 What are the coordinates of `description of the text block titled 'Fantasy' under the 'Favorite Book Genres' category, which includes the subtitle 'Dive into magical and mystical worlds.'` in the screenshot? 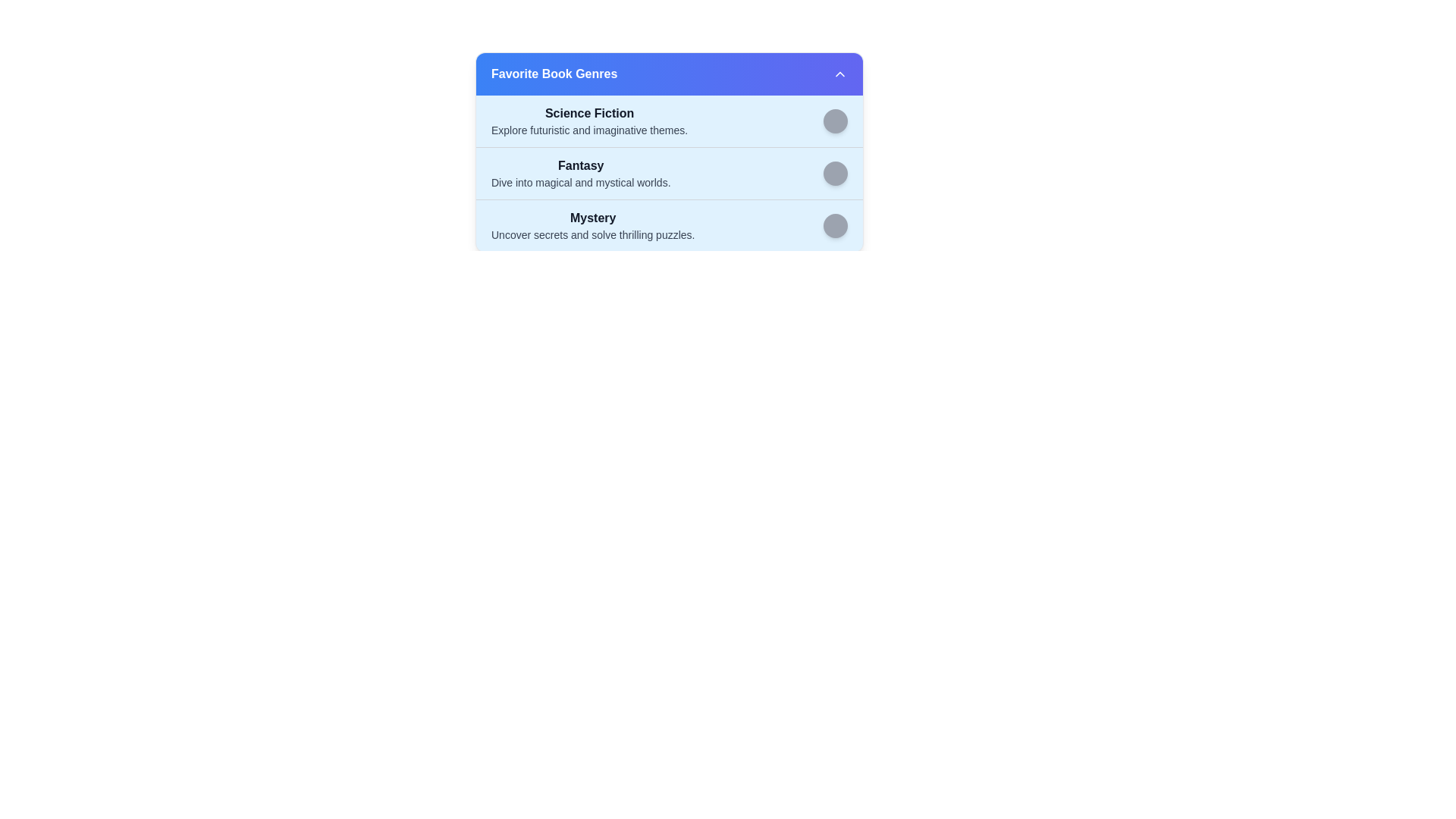 It's located at (580, 172).